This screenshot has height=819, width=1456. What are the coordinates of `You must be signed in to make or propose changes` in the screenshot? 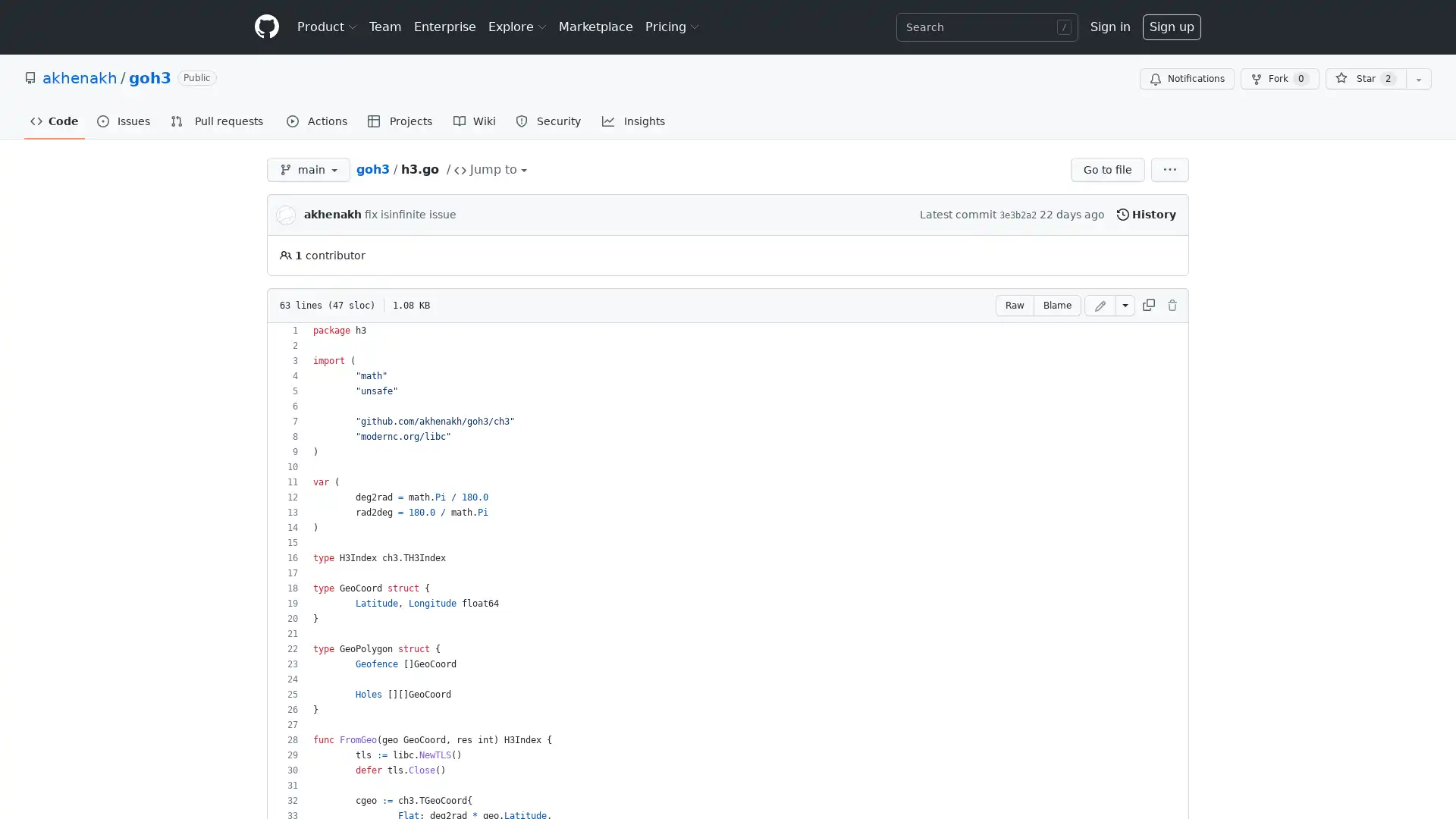 It's located at (1100, 305).